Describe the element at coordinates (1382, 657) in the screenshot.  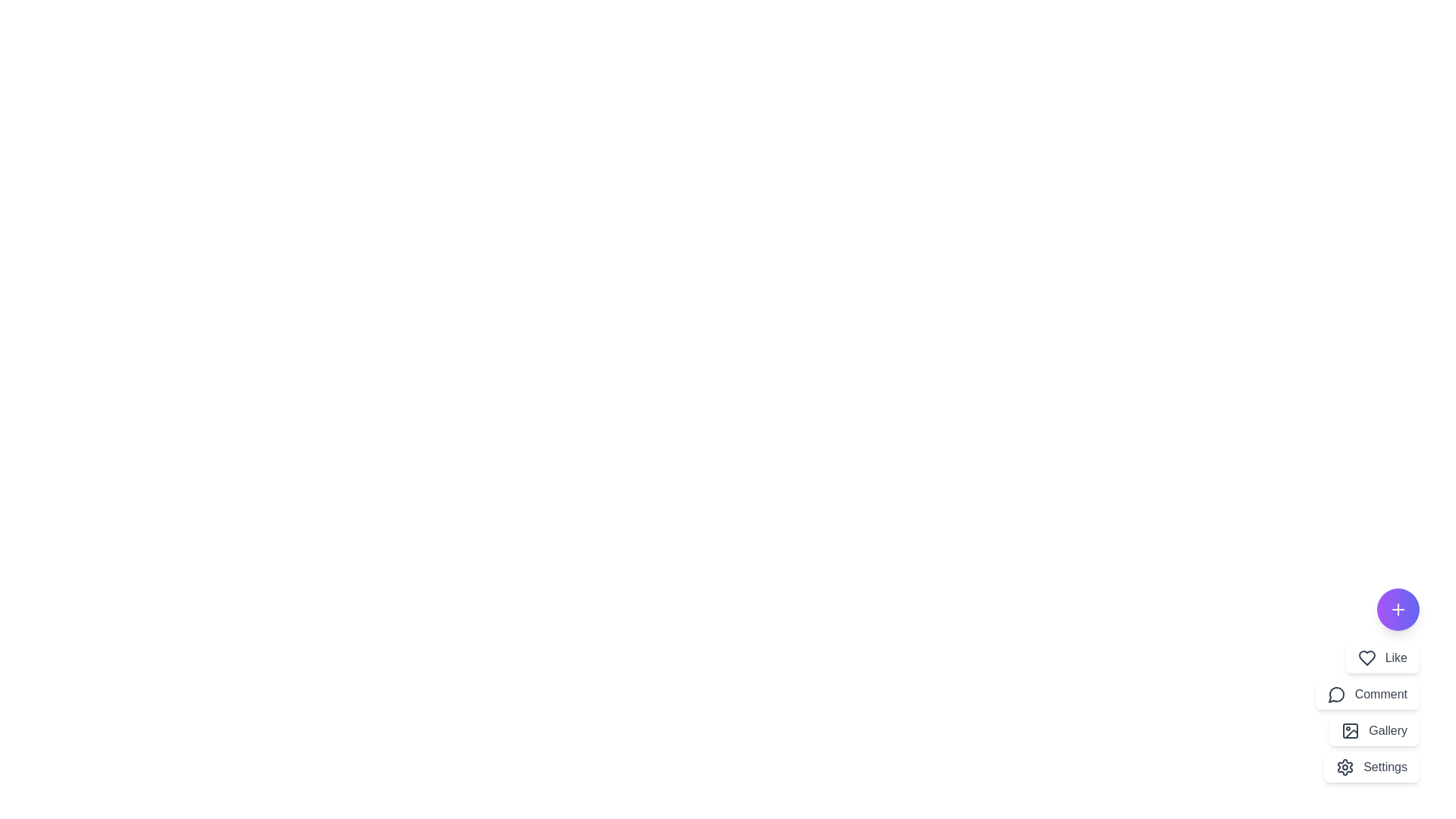
I see `the menu option Like to observe the visual feedback` at that location.